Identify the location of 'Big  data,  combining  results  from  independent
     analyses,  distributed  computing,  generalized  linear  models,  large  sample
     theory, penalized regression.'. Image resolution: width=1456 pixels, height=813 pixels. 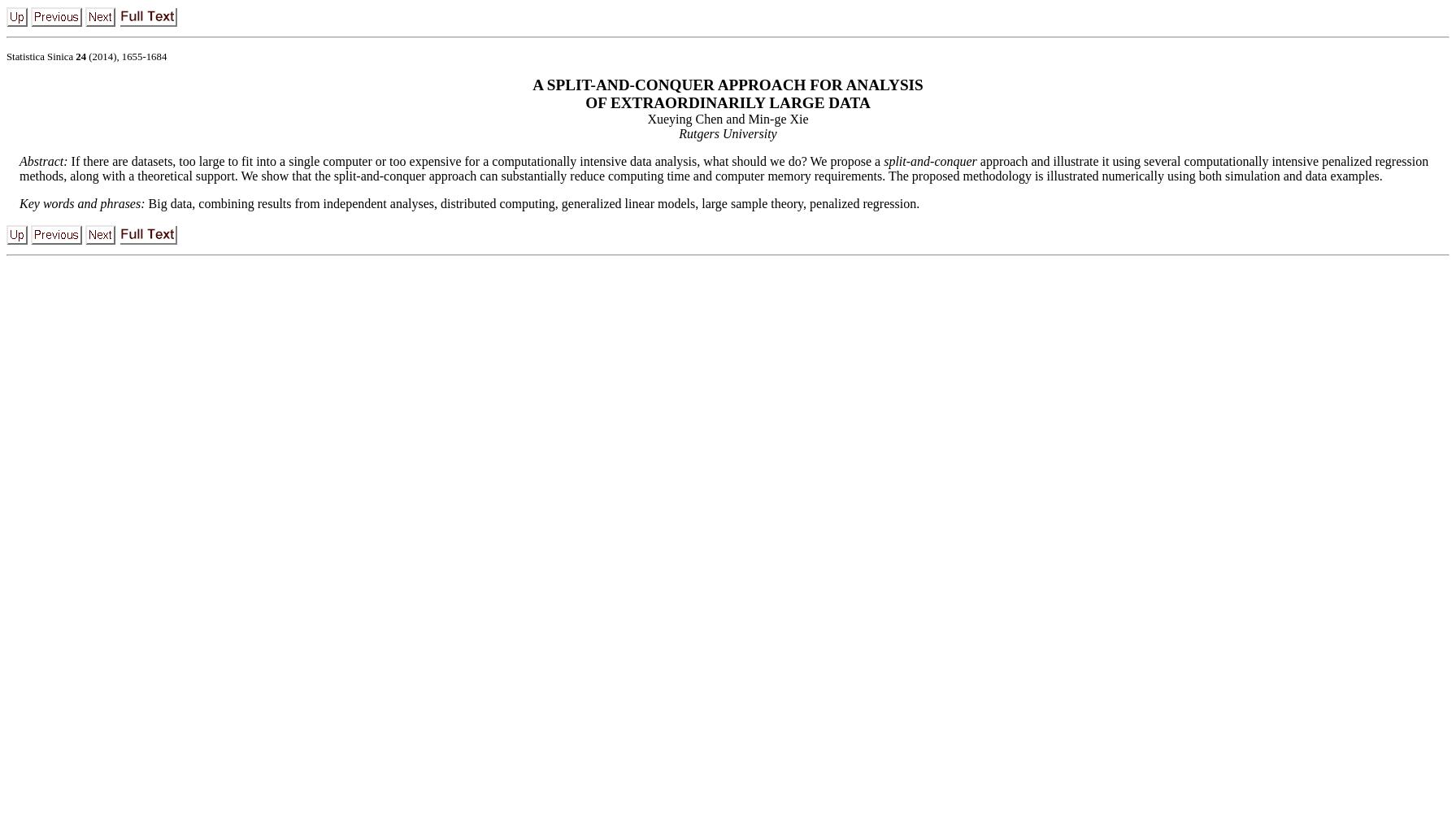
(533, 203).